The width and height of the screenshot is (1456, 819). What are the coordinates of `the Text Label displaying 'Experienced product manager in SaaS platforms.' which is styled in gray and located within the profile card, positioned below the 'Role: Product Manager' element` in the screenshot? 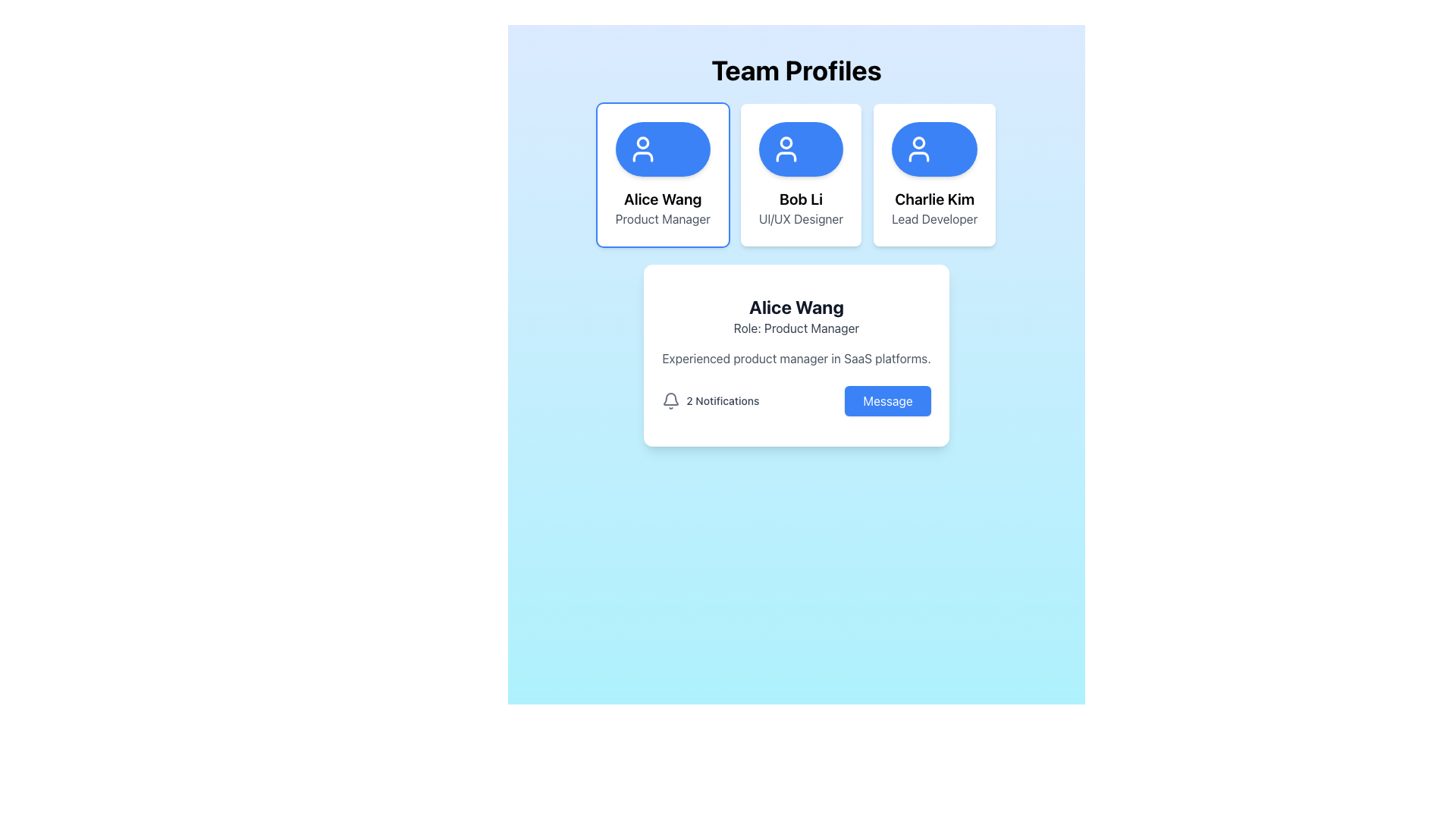 It's located at (795, 359).